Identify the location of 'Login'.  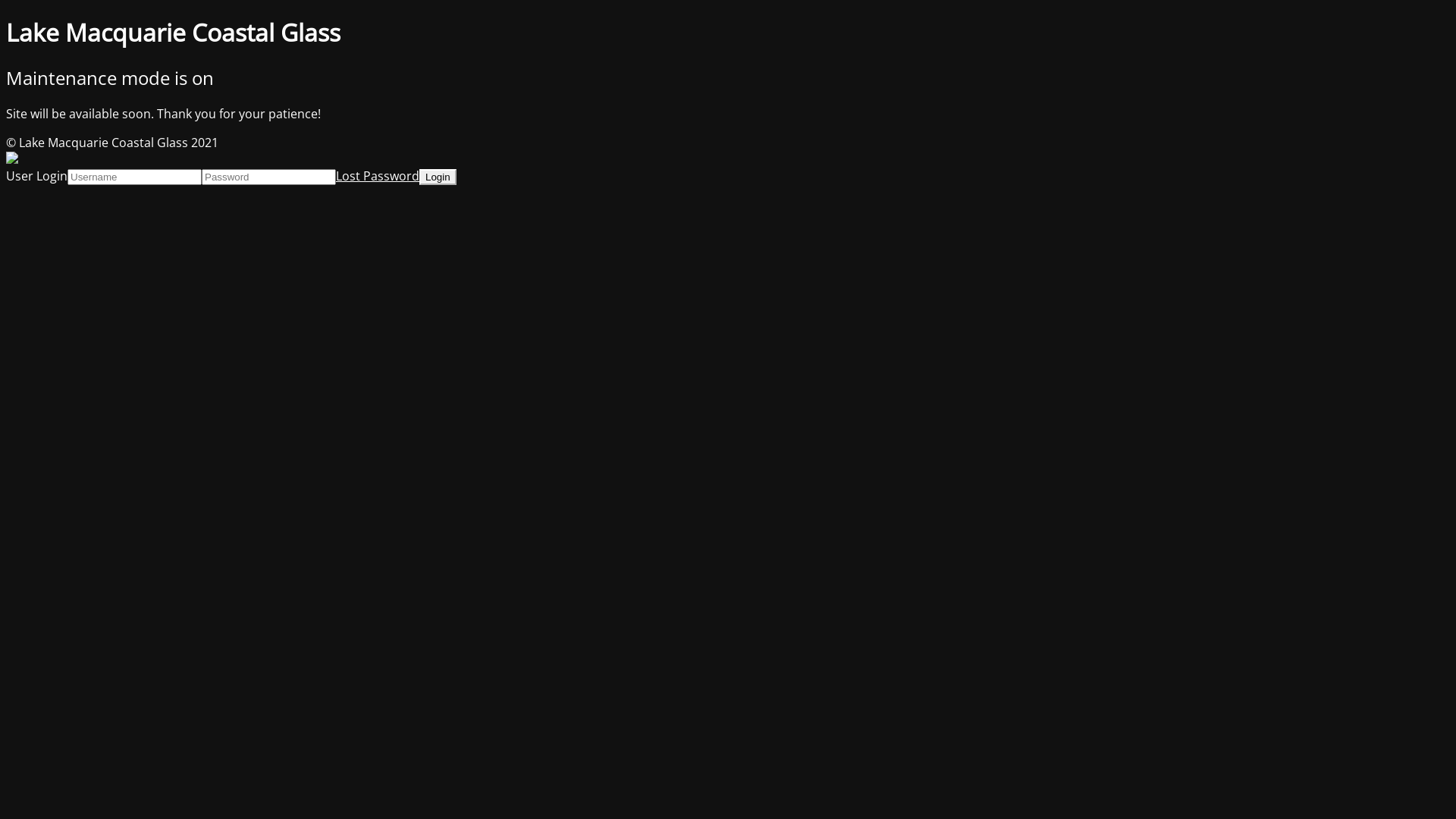
(437, 176).